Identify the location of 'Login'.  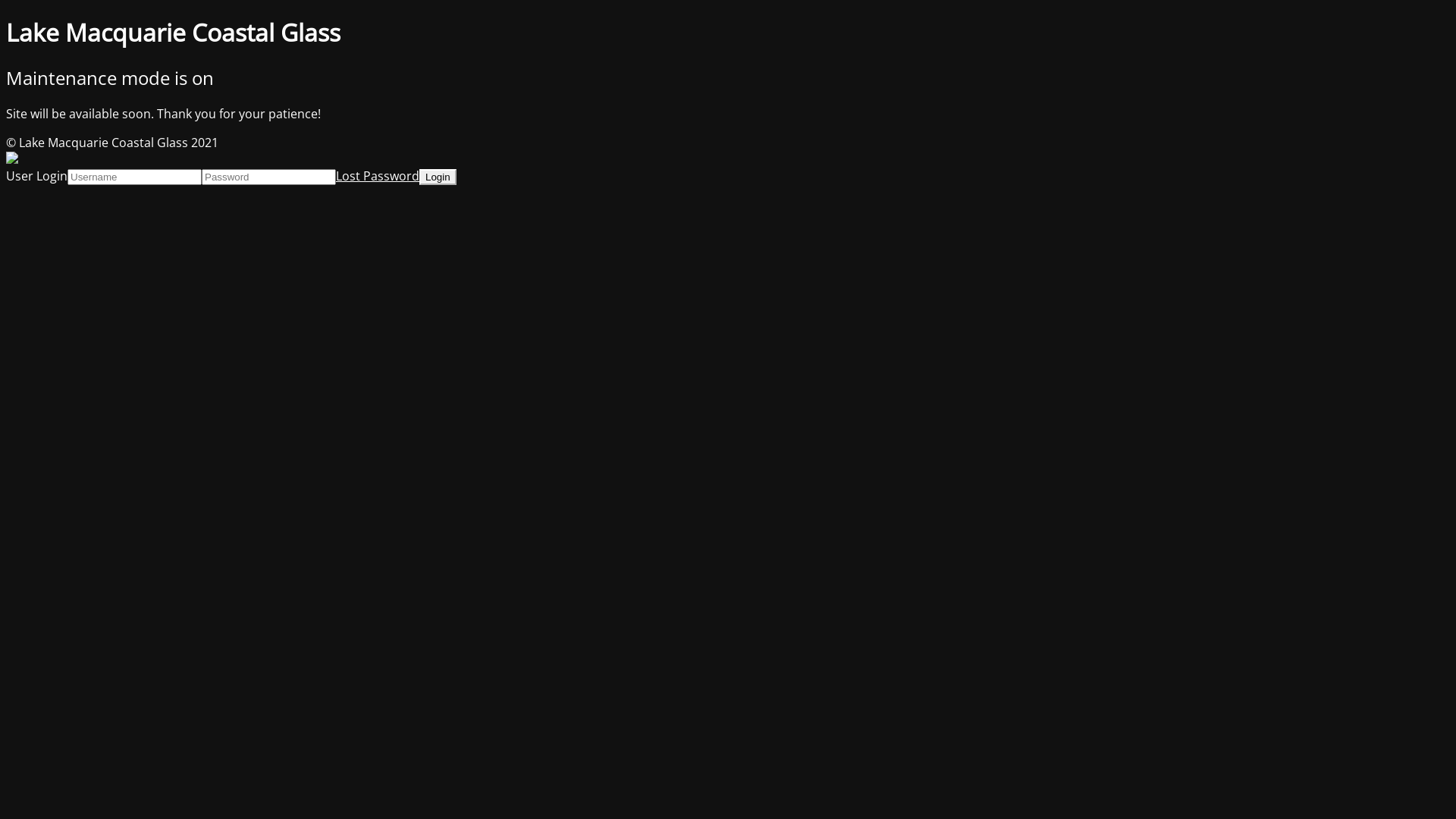
(437, 176).